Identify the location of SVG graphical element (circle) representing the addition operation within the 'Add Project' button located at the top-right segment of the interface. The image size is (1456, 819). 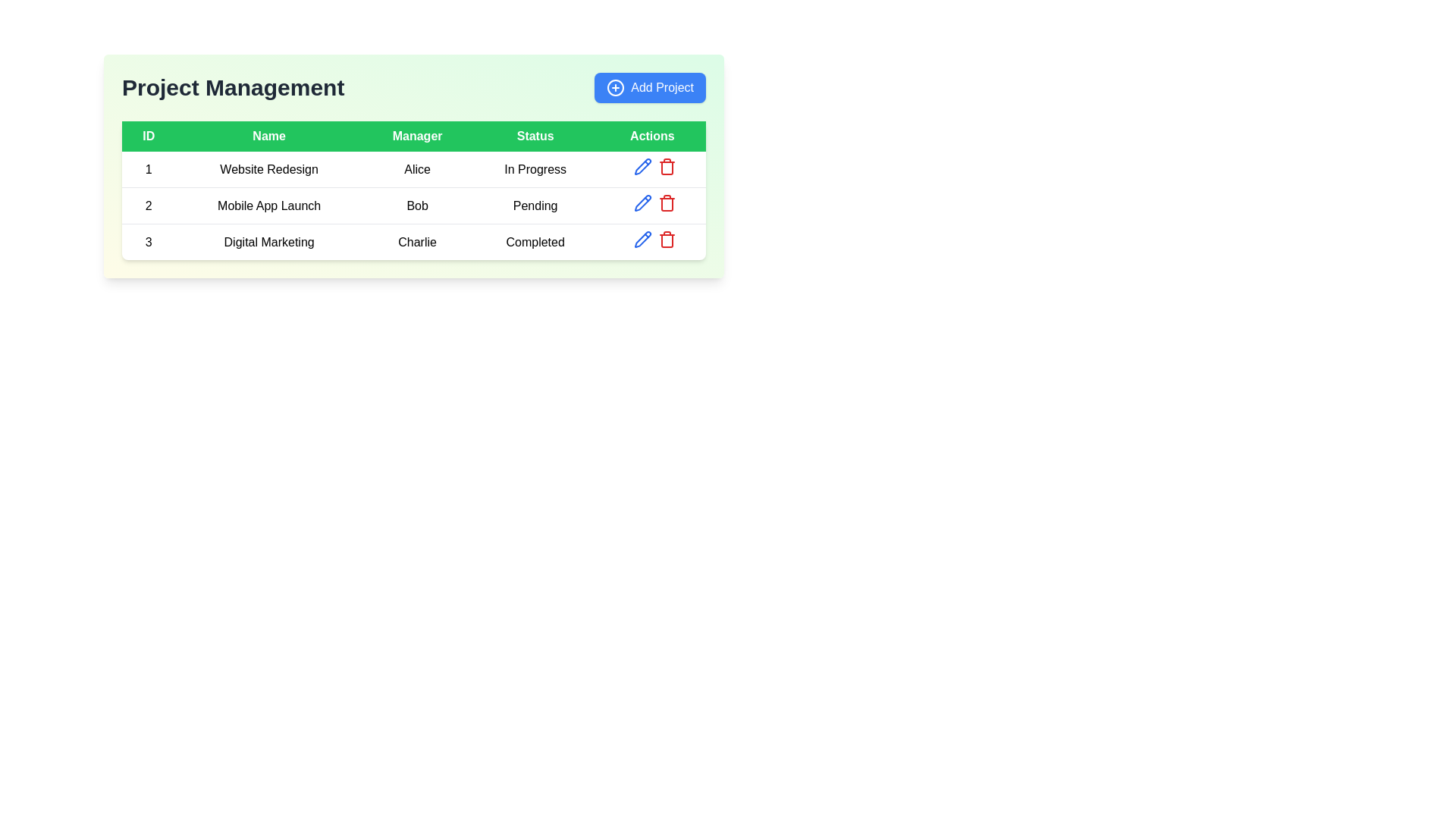
(616, 87).